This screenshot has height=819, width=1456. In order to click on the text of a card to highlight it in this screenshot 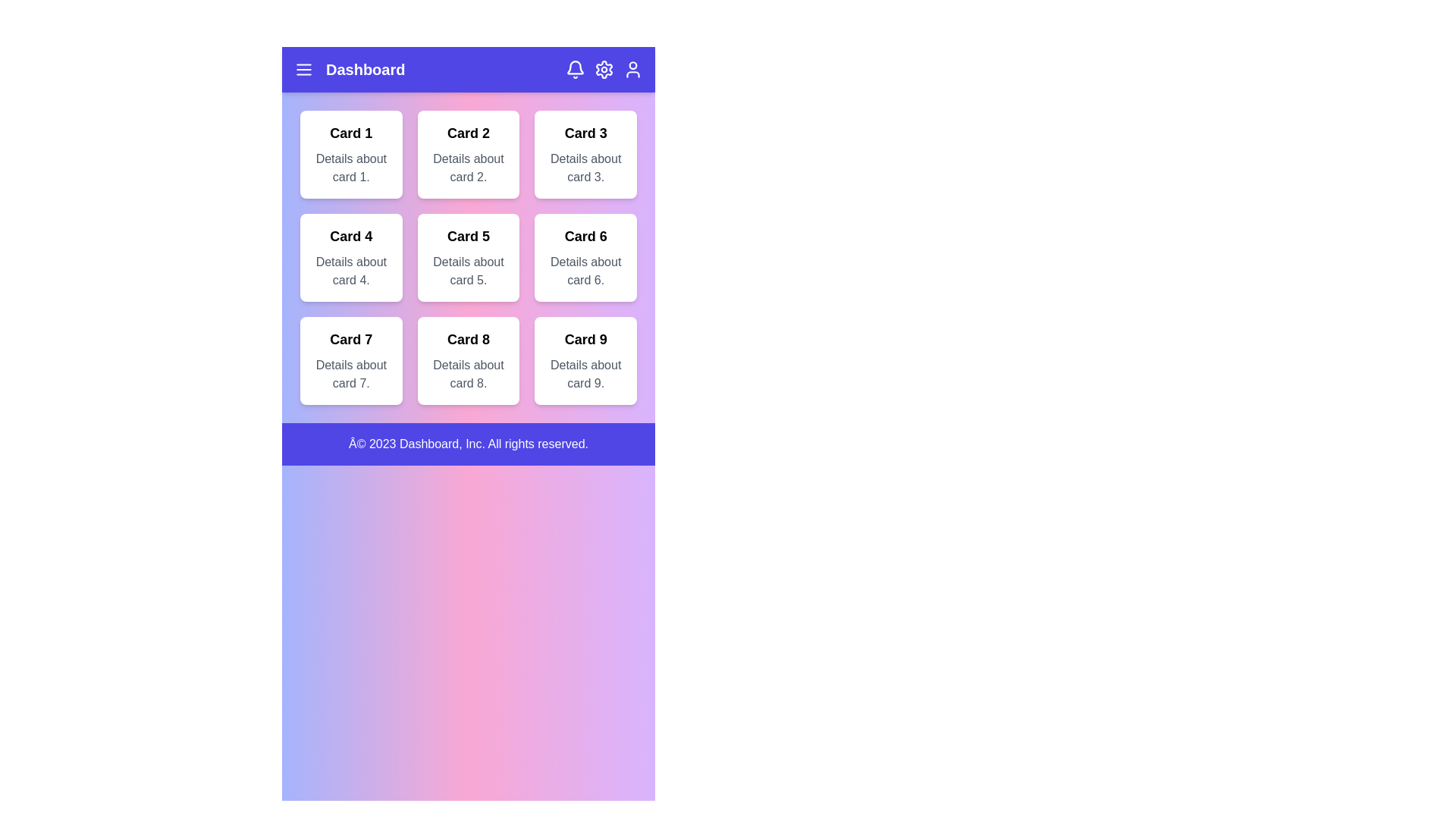, I will do `click(350, 155)`.